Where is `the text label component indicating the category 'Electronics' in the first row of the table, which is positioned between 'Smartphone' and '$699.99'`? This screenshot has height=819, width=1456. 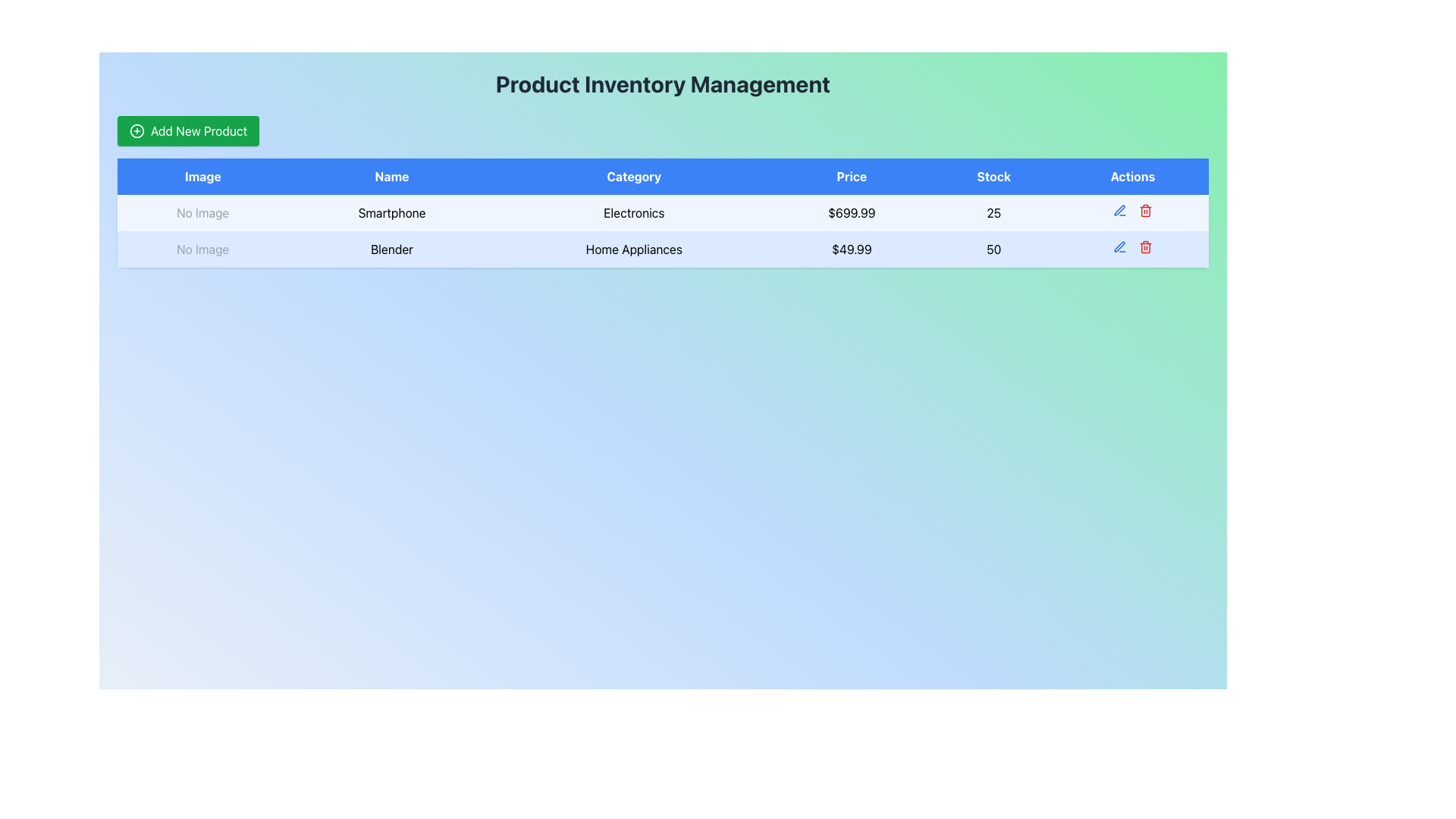
the text label component indicating the category 'Electronics' in the first row of the table, which is positioned between 'Smartphone' and '$699.99' is located at coordinates (634, 213).